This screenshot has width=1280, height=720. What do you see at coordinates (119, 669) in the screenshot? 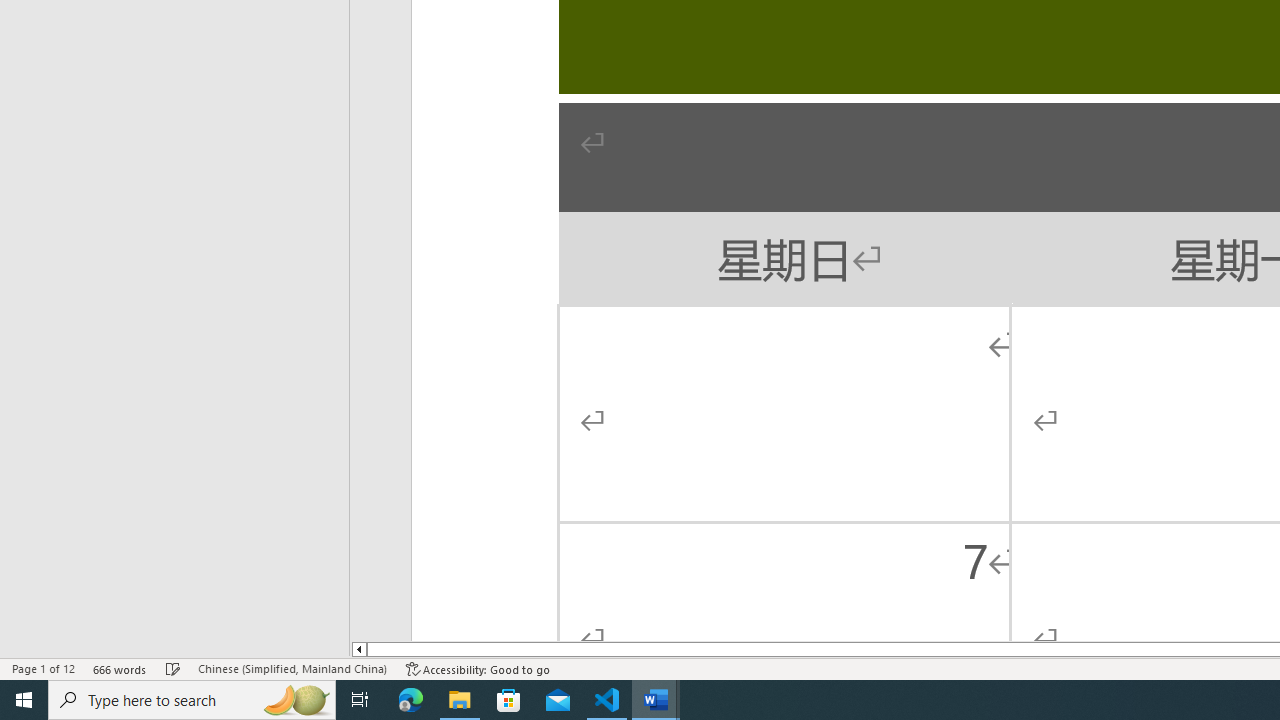
I see `'Word Count 666 words'` at bounding box center [119, 669].